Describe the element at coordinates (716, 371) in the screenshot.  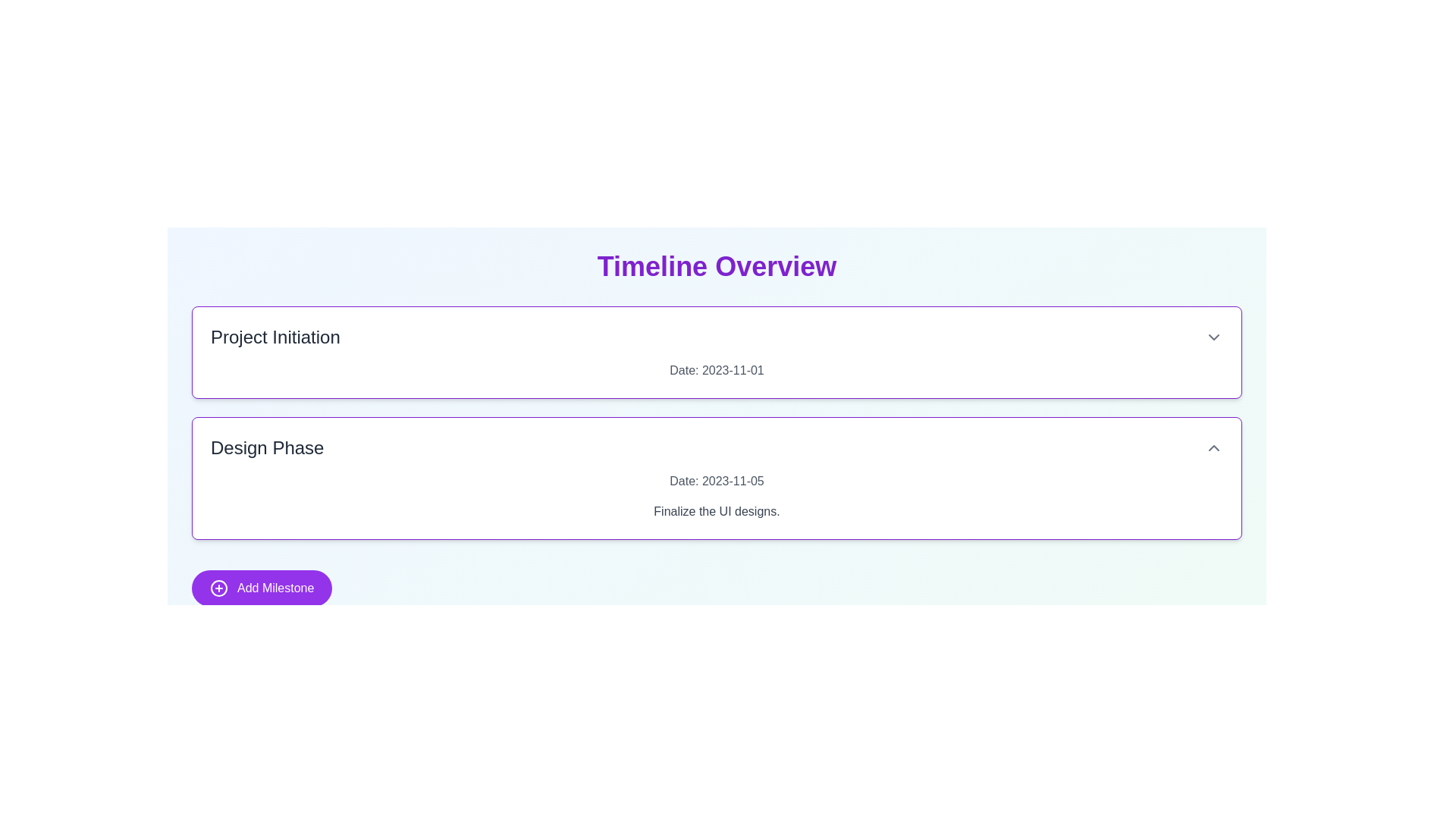
I see `the Label displaying a date value located at the bottom-right of the 'Project Initiation' box, which provides users with a specific date` at that location.